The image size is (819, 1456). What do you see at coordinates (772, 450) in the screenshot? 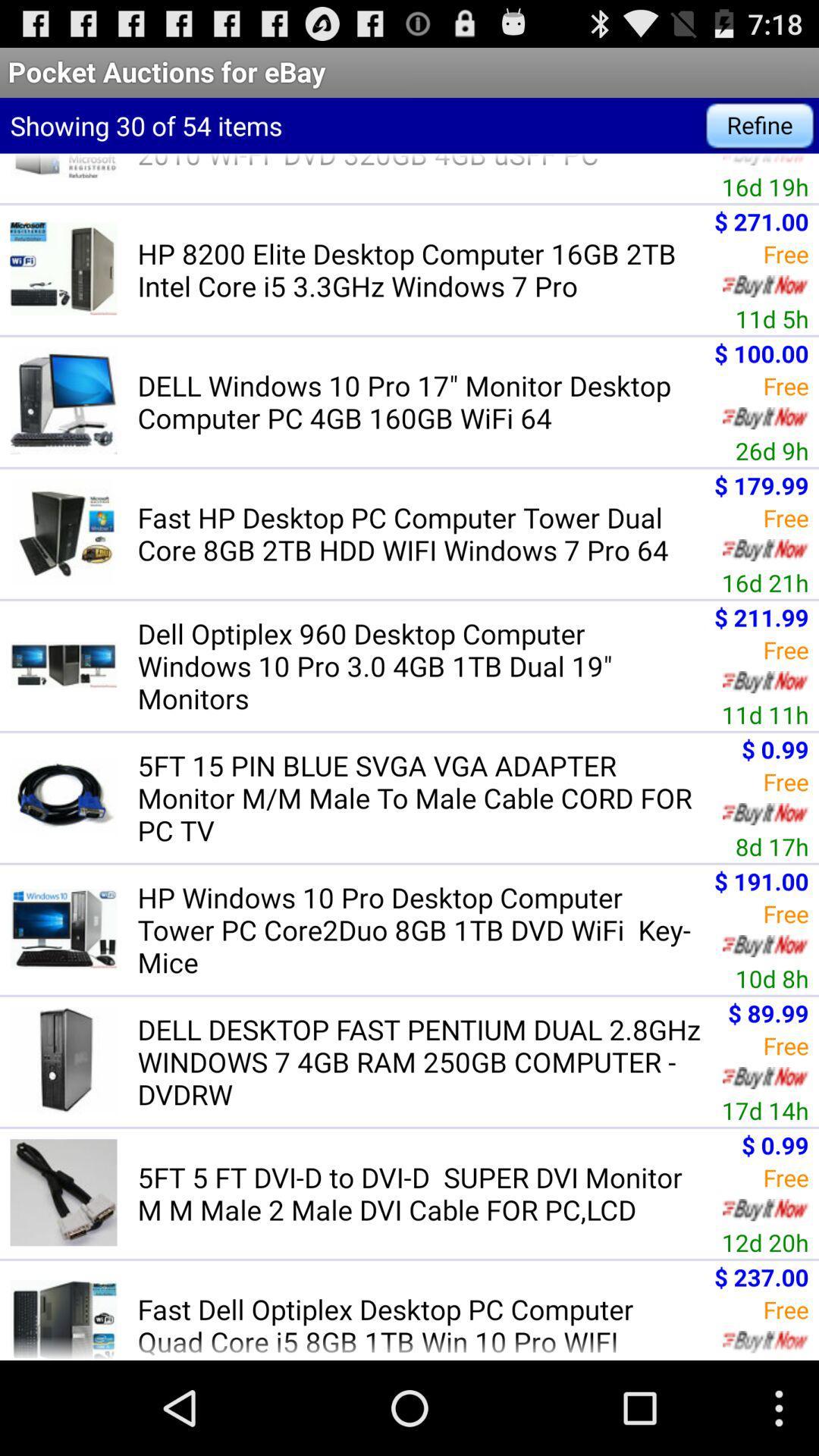
I see `the 26d 9h` at bounding box center [772, 450].